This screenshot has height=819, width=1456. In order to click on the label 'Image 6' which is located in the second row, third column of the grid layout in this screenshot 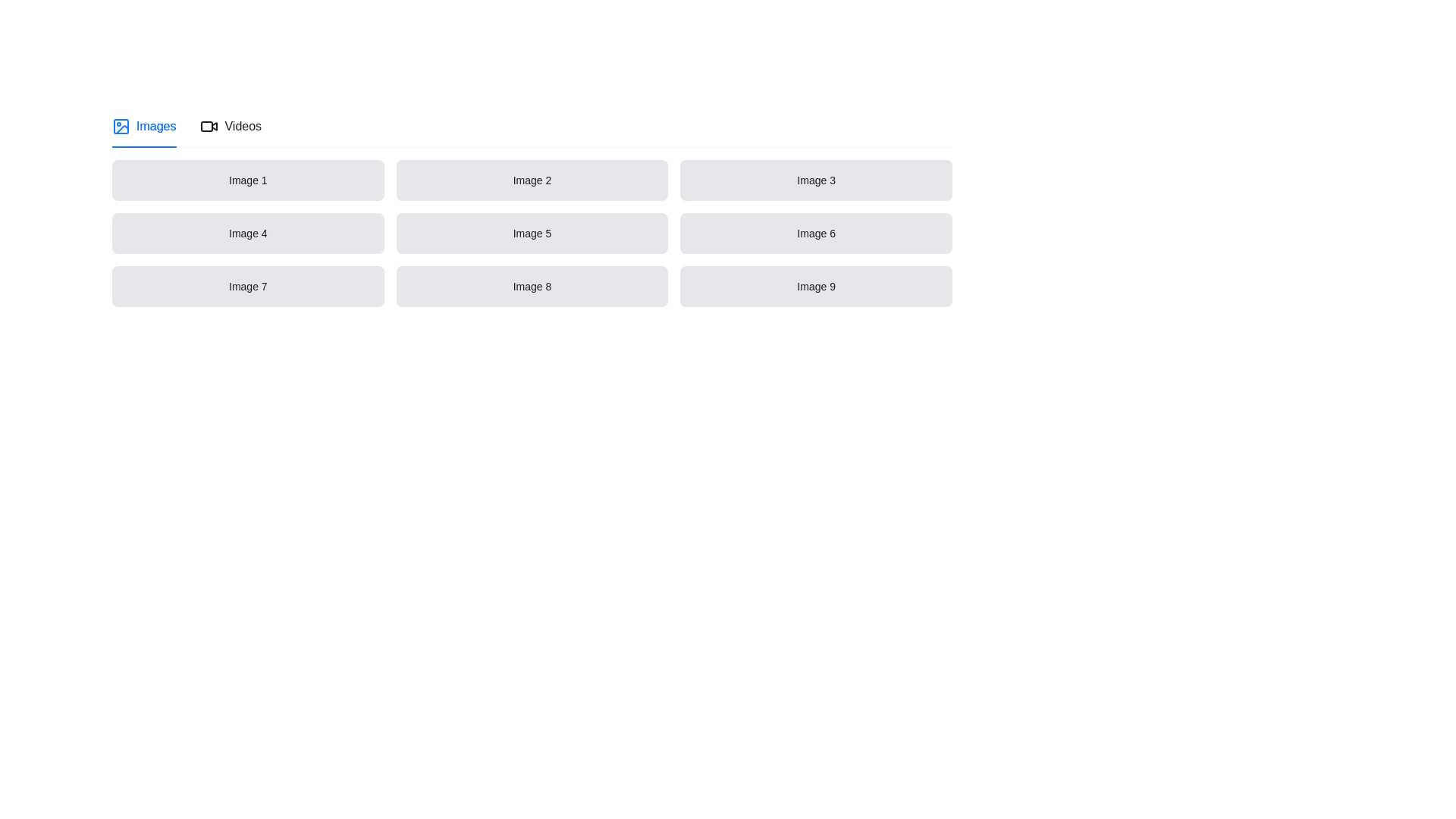, I will do `click(815, 234)`.